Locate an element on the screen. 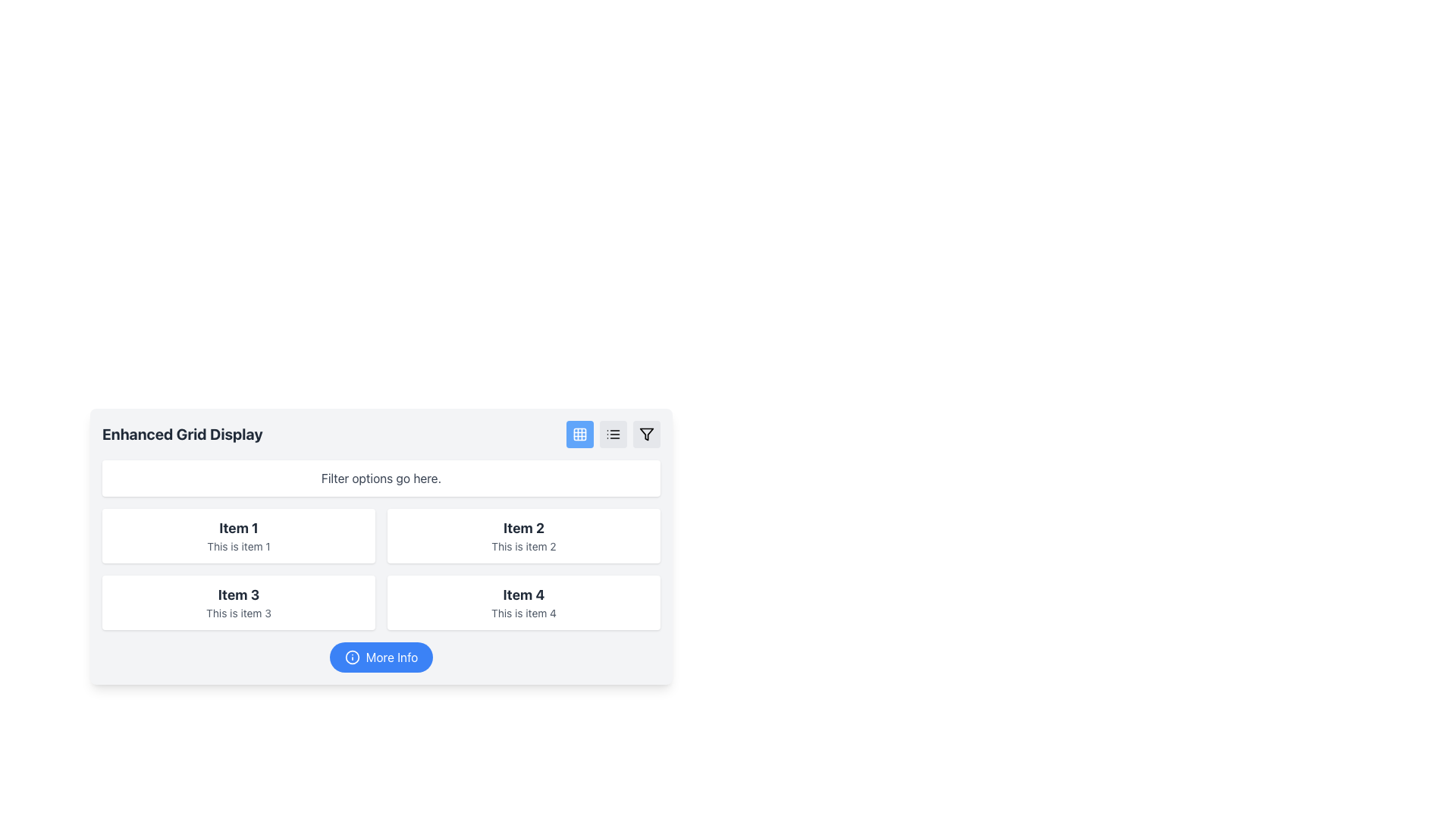 The width and height of the screenshot is (1456, 819). the funnel icon located inside the gray rounded rectangular button positioned at the top-right corner of the grid display filter interface is located at coordinates (647, 435).